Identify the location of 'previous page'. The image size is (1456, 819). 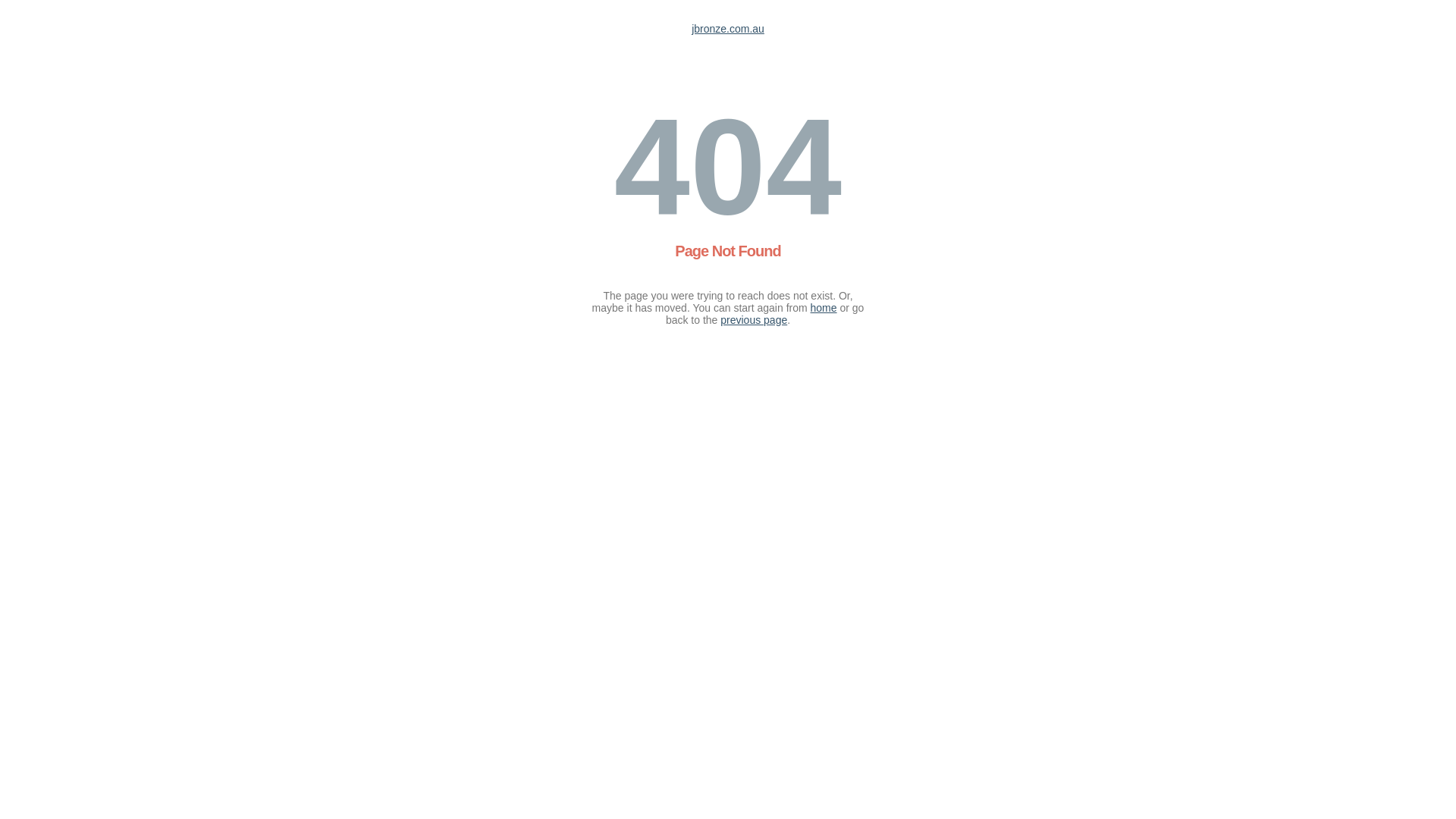
(753, 318).